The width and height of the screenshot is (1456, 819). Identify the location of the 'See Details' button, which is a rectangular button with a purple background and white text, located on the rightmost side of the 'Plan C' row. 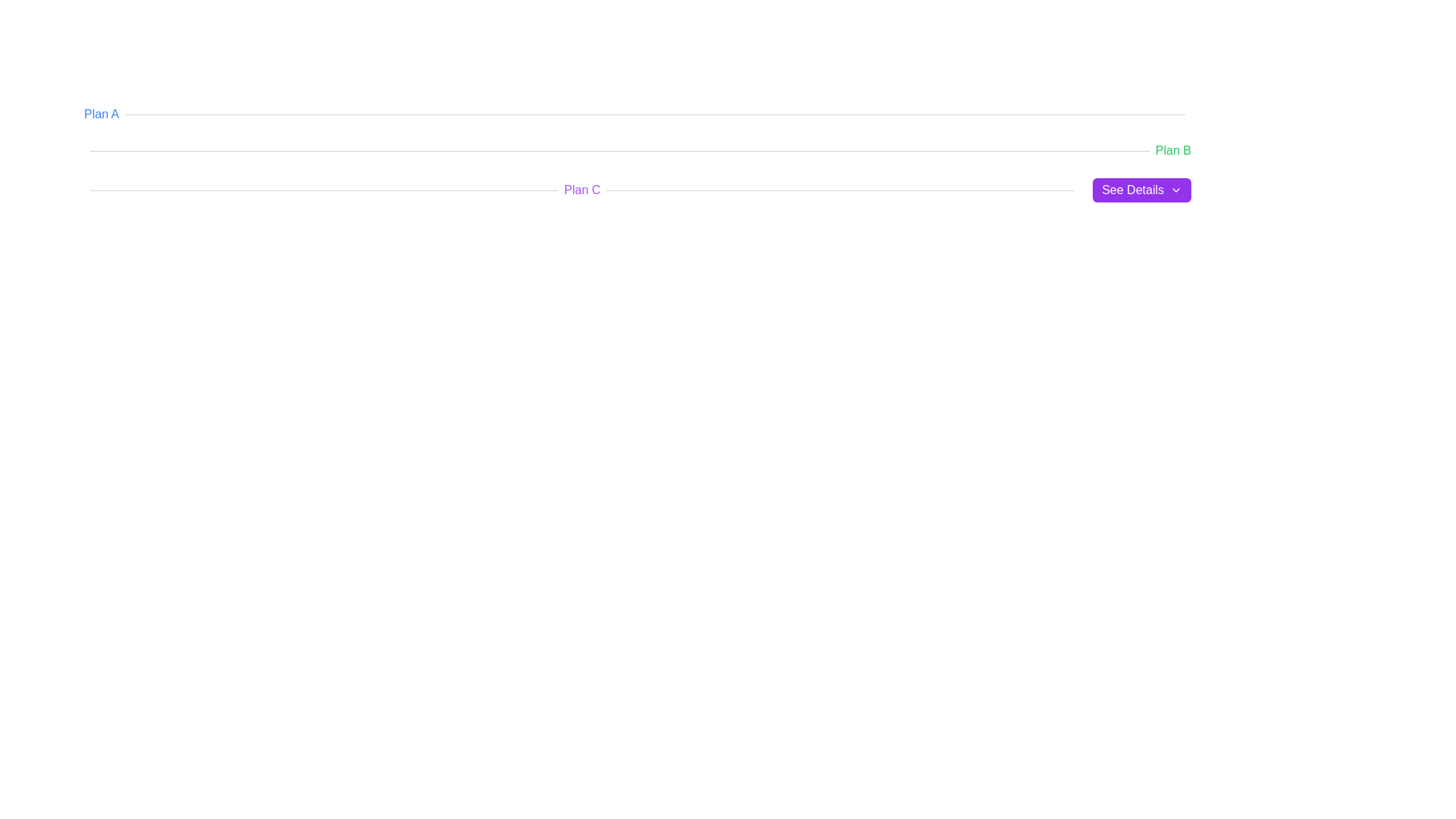
(1142, 189).